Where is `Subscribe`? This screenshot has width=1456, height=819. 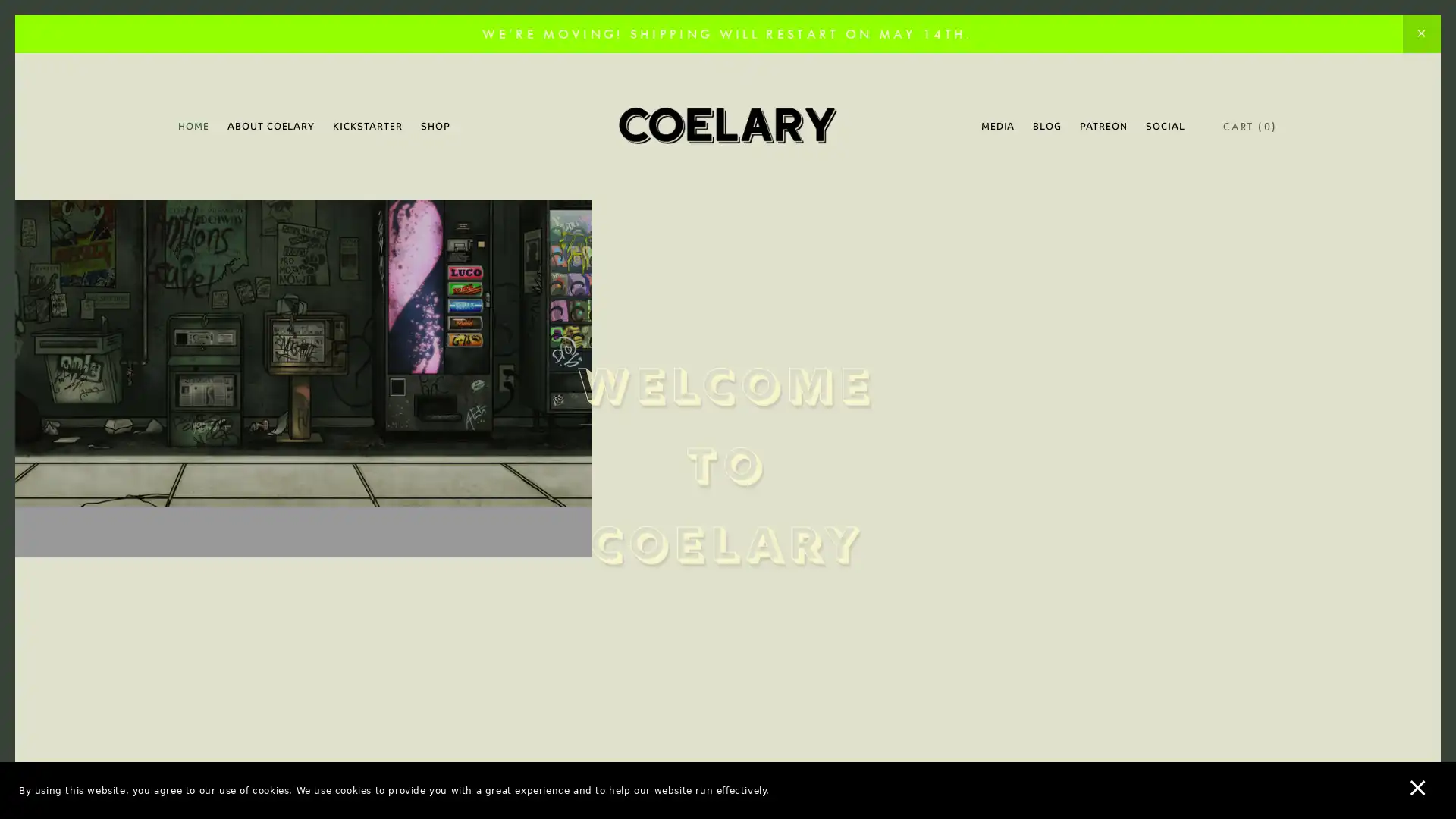
Subscribe is located at coordinates (870, 526).